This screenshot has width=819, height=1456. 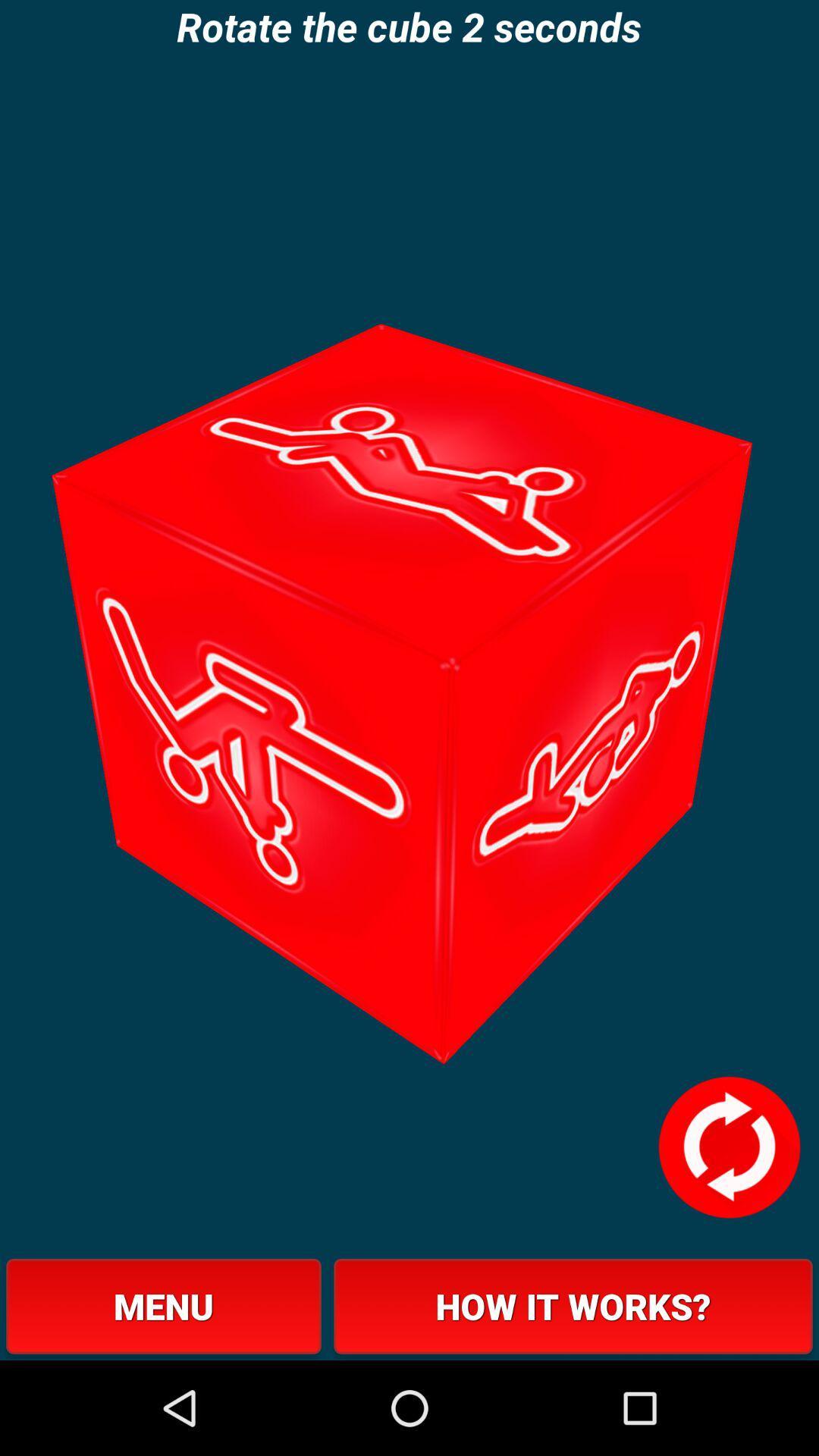 What do you see at coordinates (728, 1147) in the screenshot?
I see `rotate` at bounding box center [728, 1147].